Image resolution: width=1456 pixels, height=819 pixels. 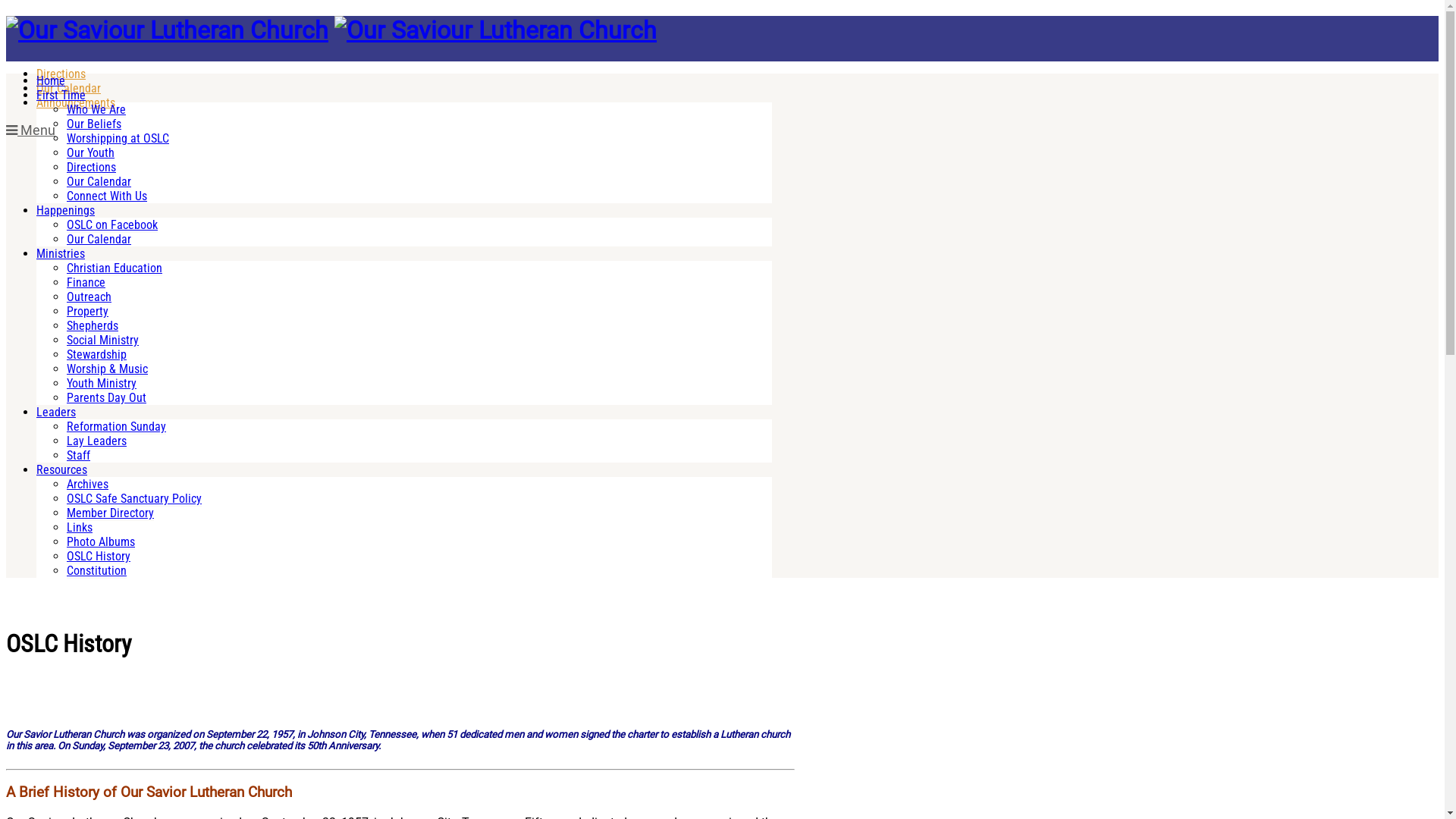 What do you see at coordinates (51, 80) in the screenshot?
I see `'Home'` at bounding box center [51, 80].